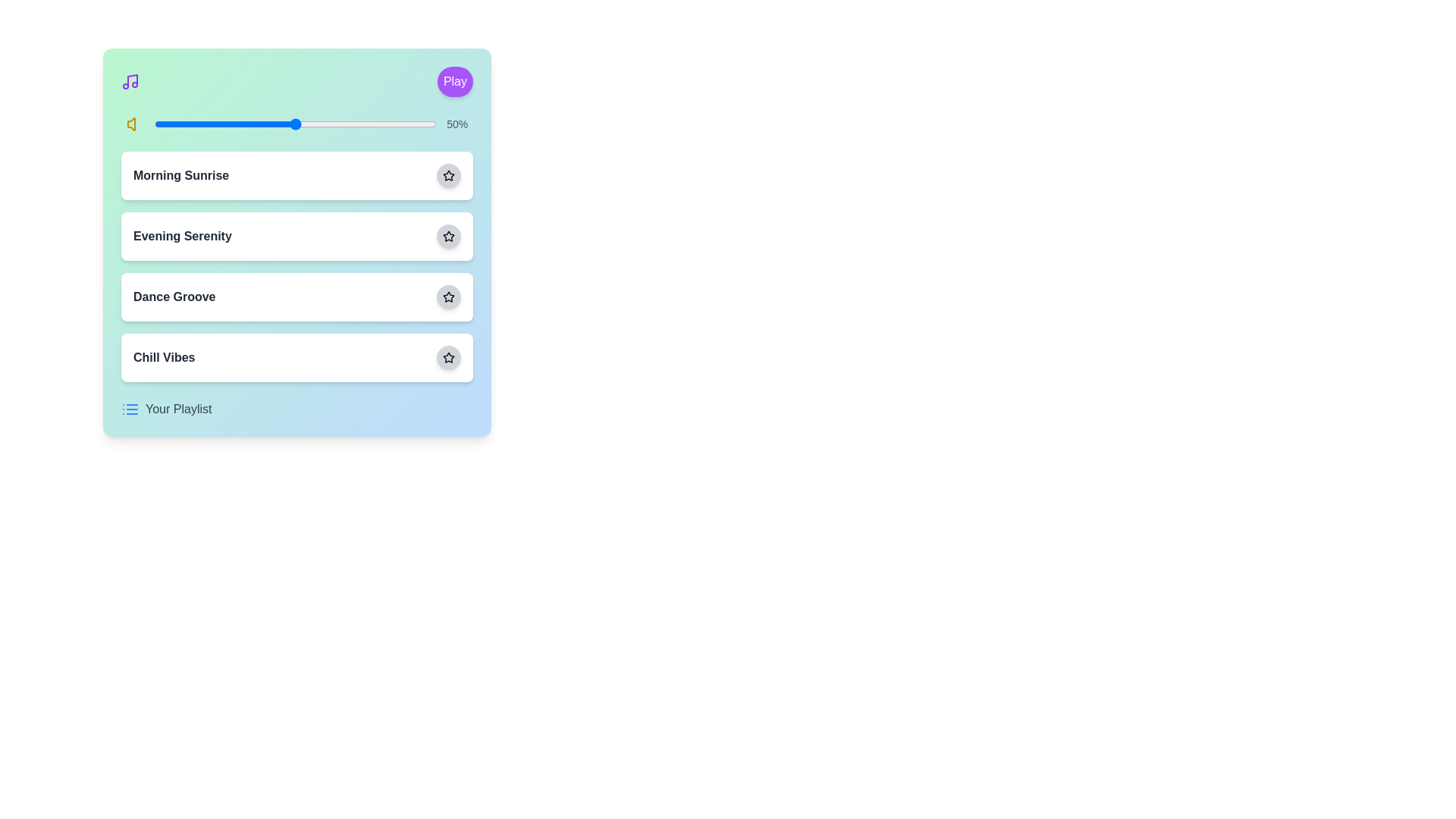 The width and height of the screenshot is (1456, 819). I want to click on the text label displaying 'Morning Sunrise' in dark gray, which is prominently placed on a white background at the top of the list of containers, so click(181, 174).